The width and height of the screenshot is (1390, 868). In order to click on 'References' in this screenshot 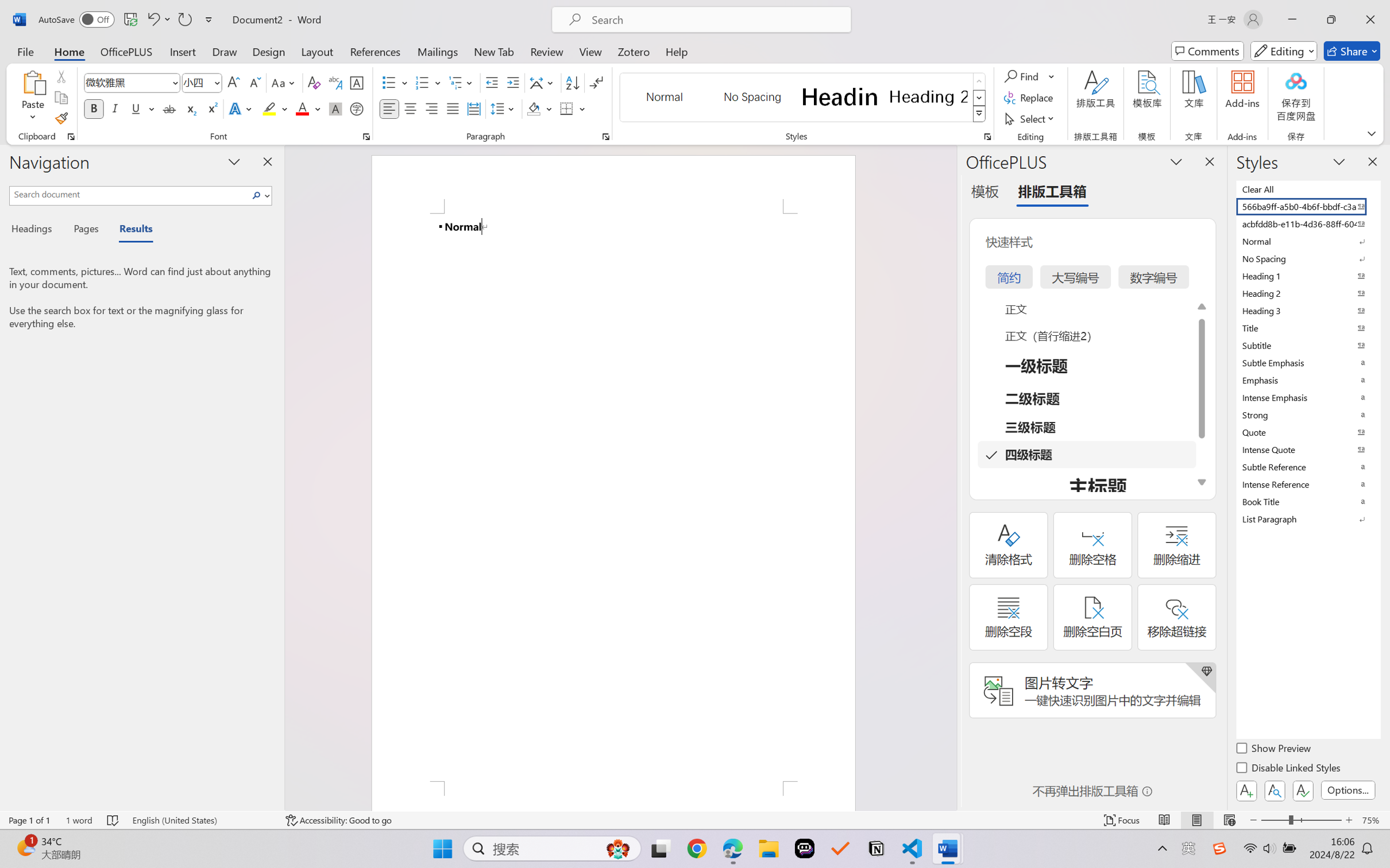, I will do `click(375, 51)`.